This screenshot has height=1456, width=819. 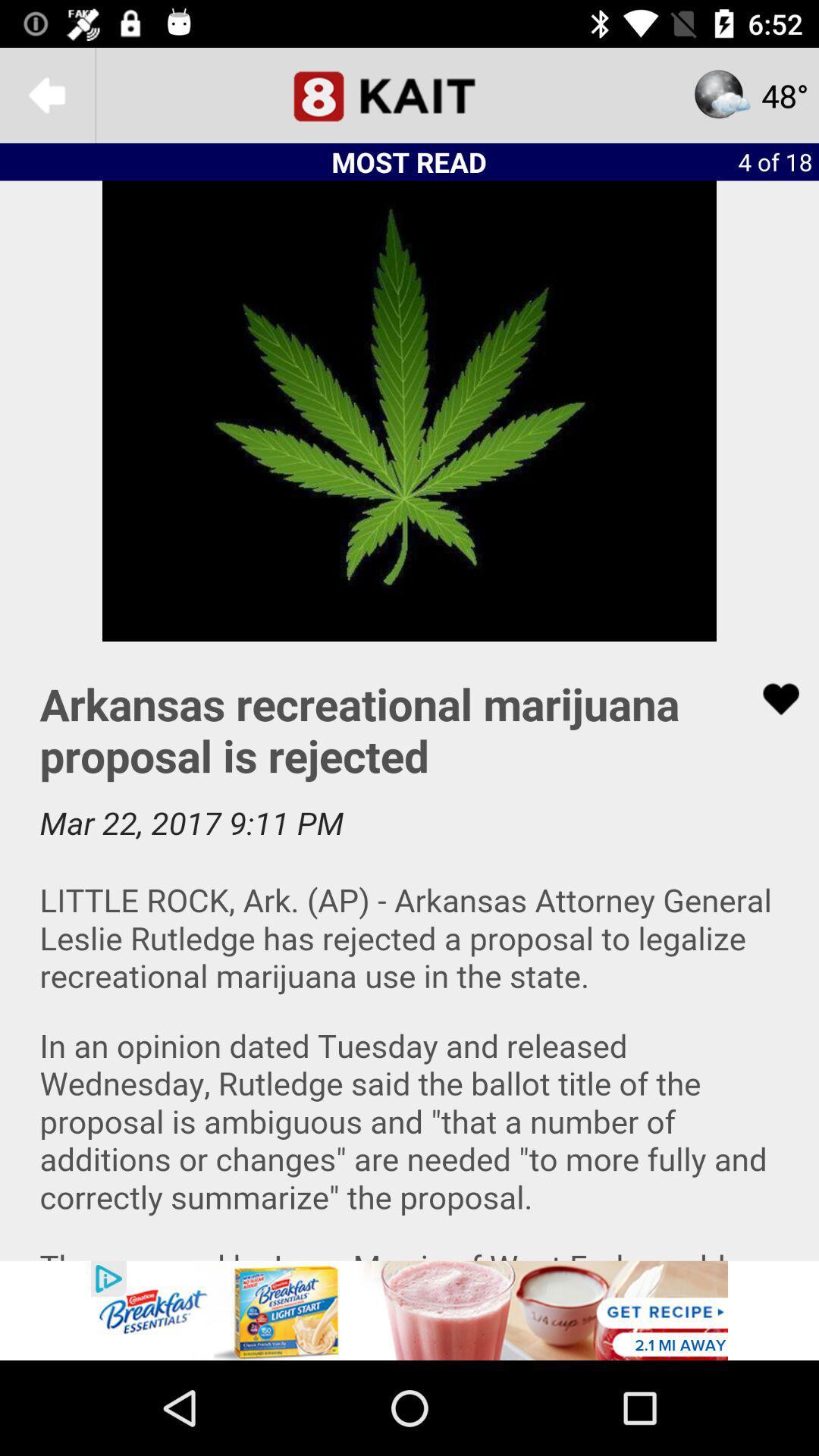 What do you see at coordinates (409, 94) in the screenshot?
I see `the home` at bounding box center [409, 94].